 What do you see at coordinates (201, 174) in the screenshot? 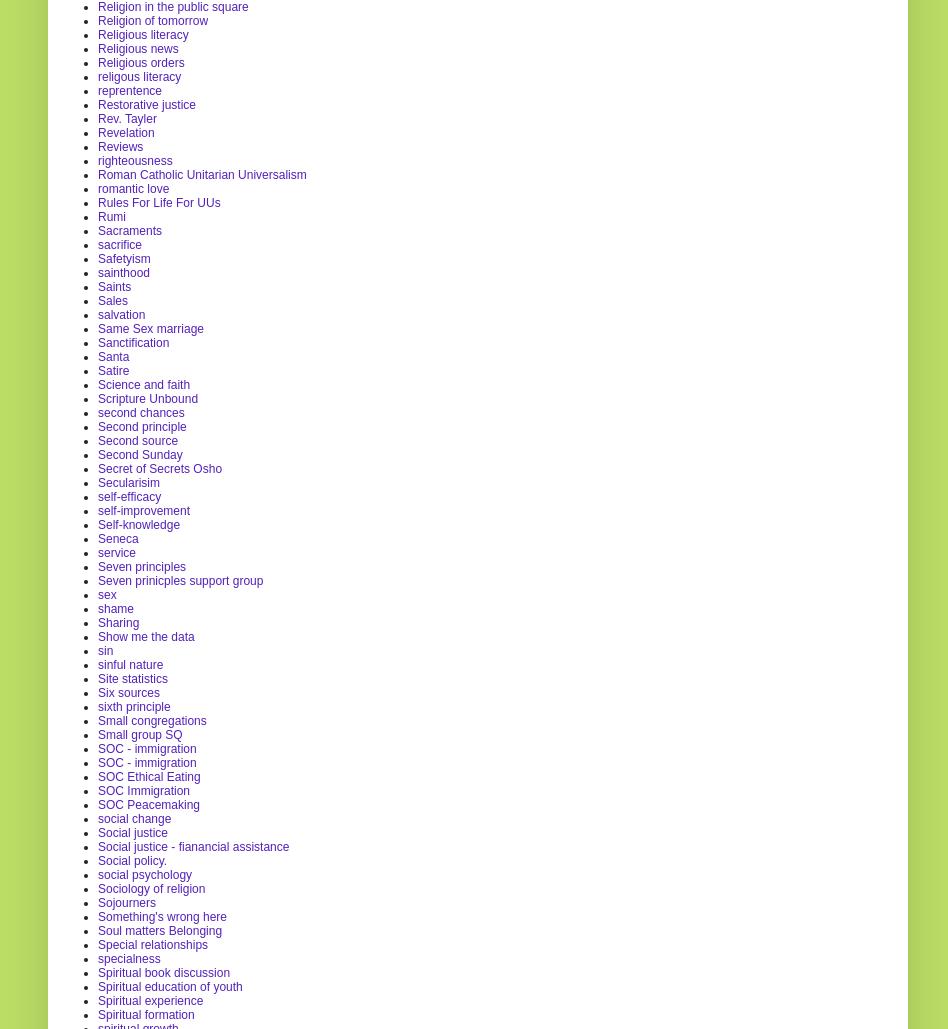
I see `'Roman Catholic Unitarian Universalism'` at bounding box center [201, 174].